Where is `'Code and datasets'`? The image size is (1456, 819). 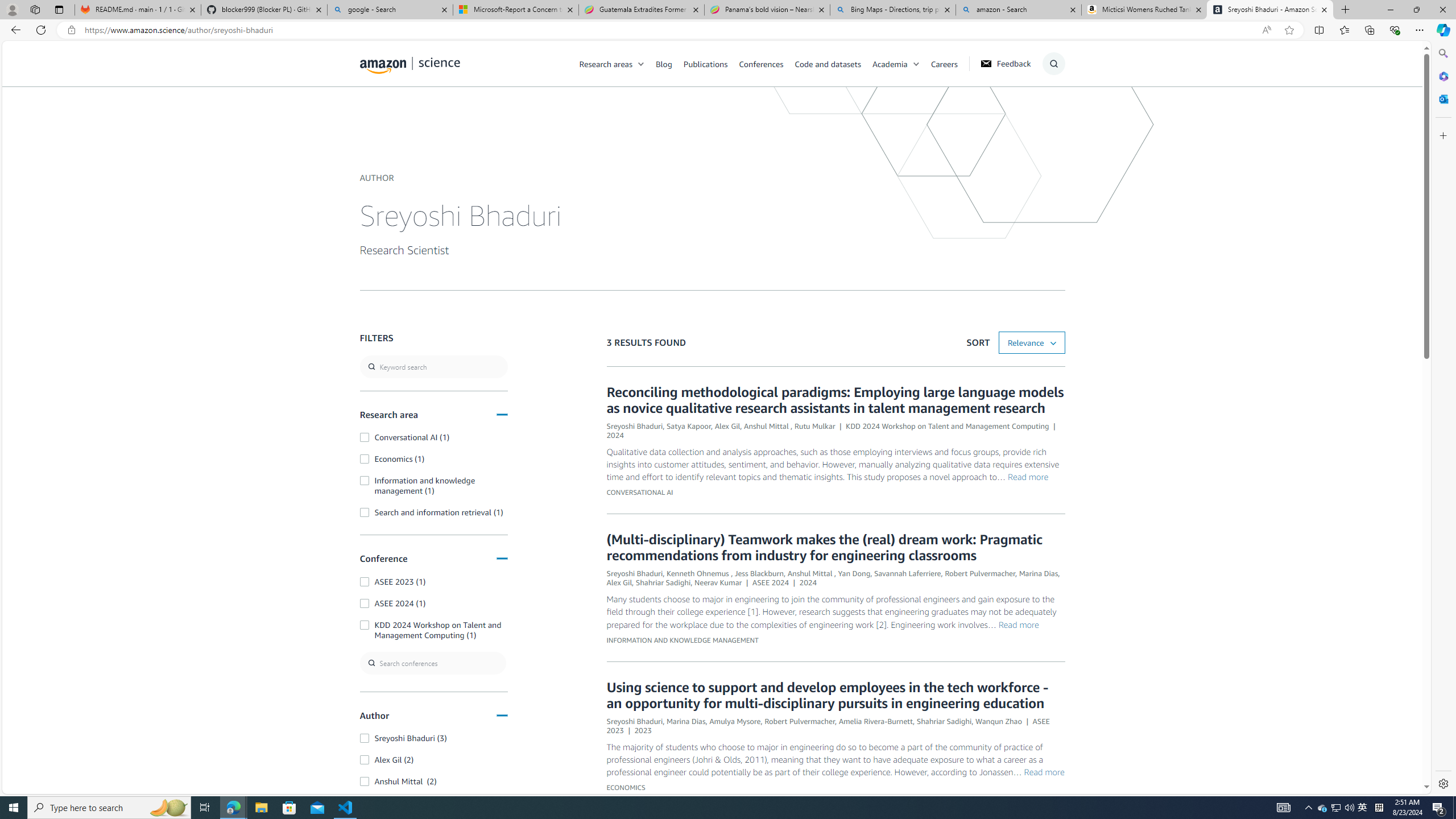
'Code and datasets' is located at coordinates (833, 63).